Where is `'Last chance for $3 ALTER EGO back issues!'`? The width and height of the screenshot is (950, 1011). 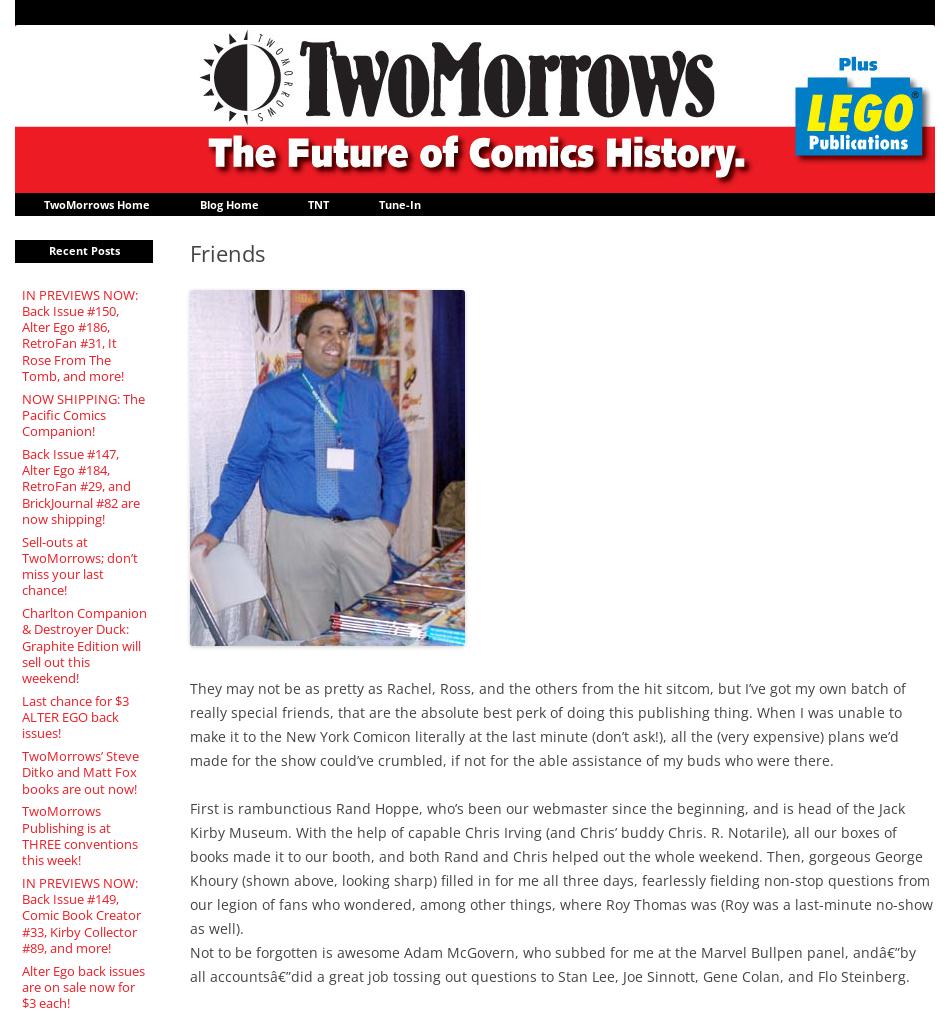 'Last chance for $3 ALTER EGO back issues!' is located at coordinates (74, 715).